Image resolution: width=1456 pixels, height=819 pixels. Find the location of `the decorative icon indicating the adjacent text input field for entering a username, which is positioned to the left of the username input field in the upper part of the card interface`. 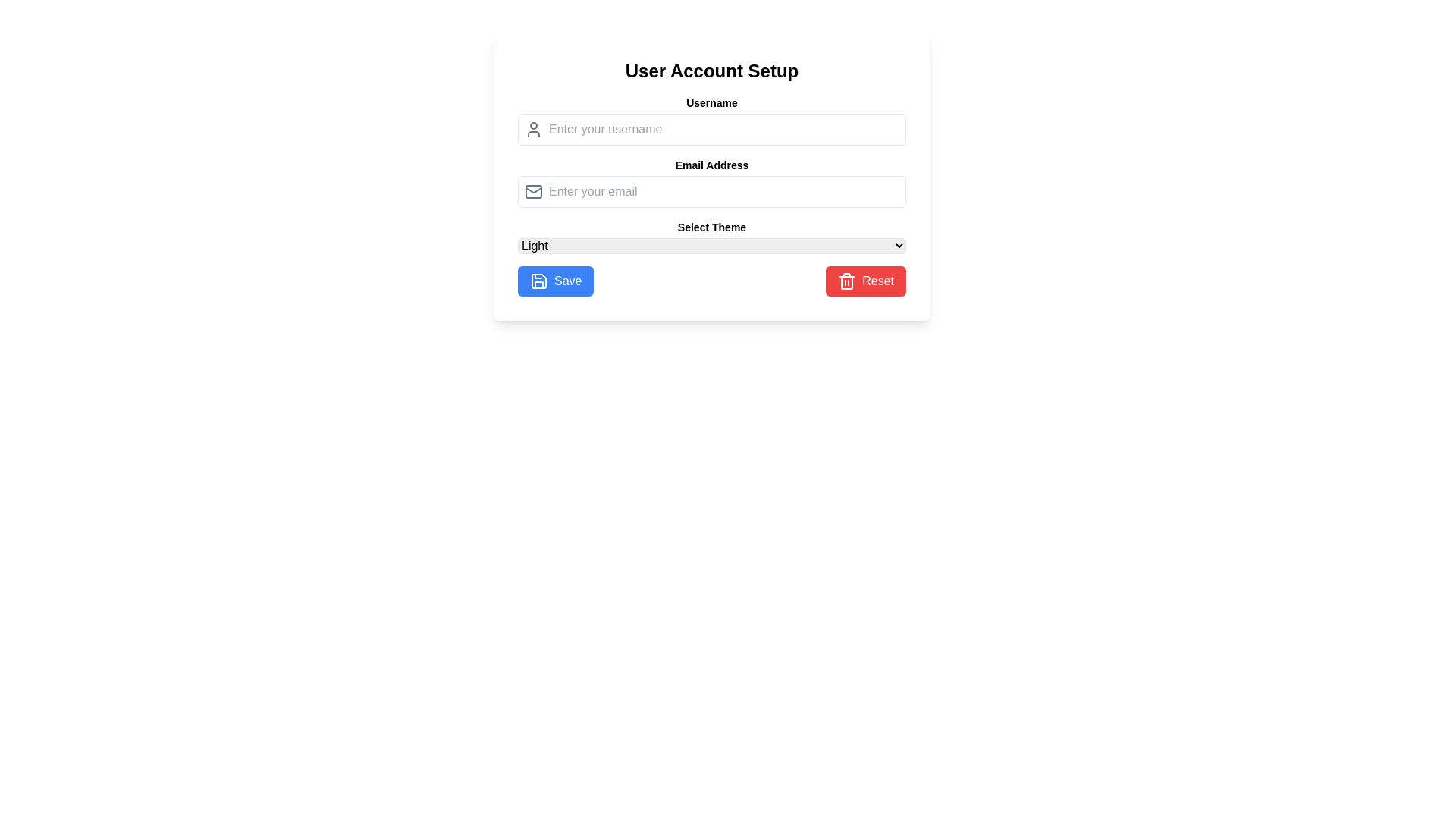

the decorative icon indicating the adjacent text input field for entering a username, which is positioned to the left of the username input field in the upper part of the card interface is located at coordinates (534, 128).